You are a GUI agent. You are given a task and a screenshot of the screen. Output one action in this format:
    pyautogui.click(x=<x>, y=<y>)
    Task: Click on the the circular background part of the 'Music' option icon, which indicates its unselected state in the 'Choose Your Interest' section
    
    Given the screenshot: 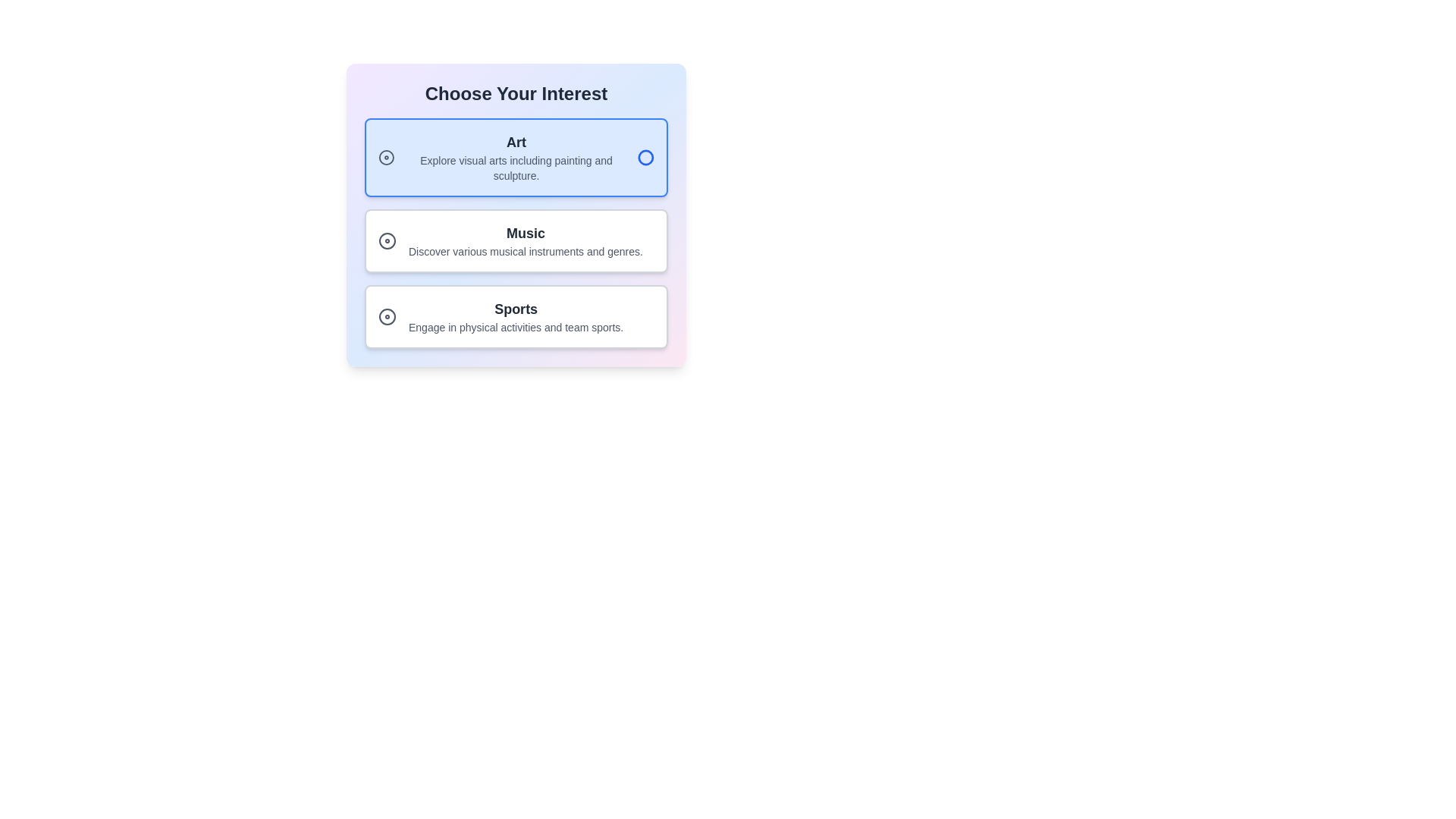 What is the action you would take?
    pyautogui.click(x=387, y=240)
    